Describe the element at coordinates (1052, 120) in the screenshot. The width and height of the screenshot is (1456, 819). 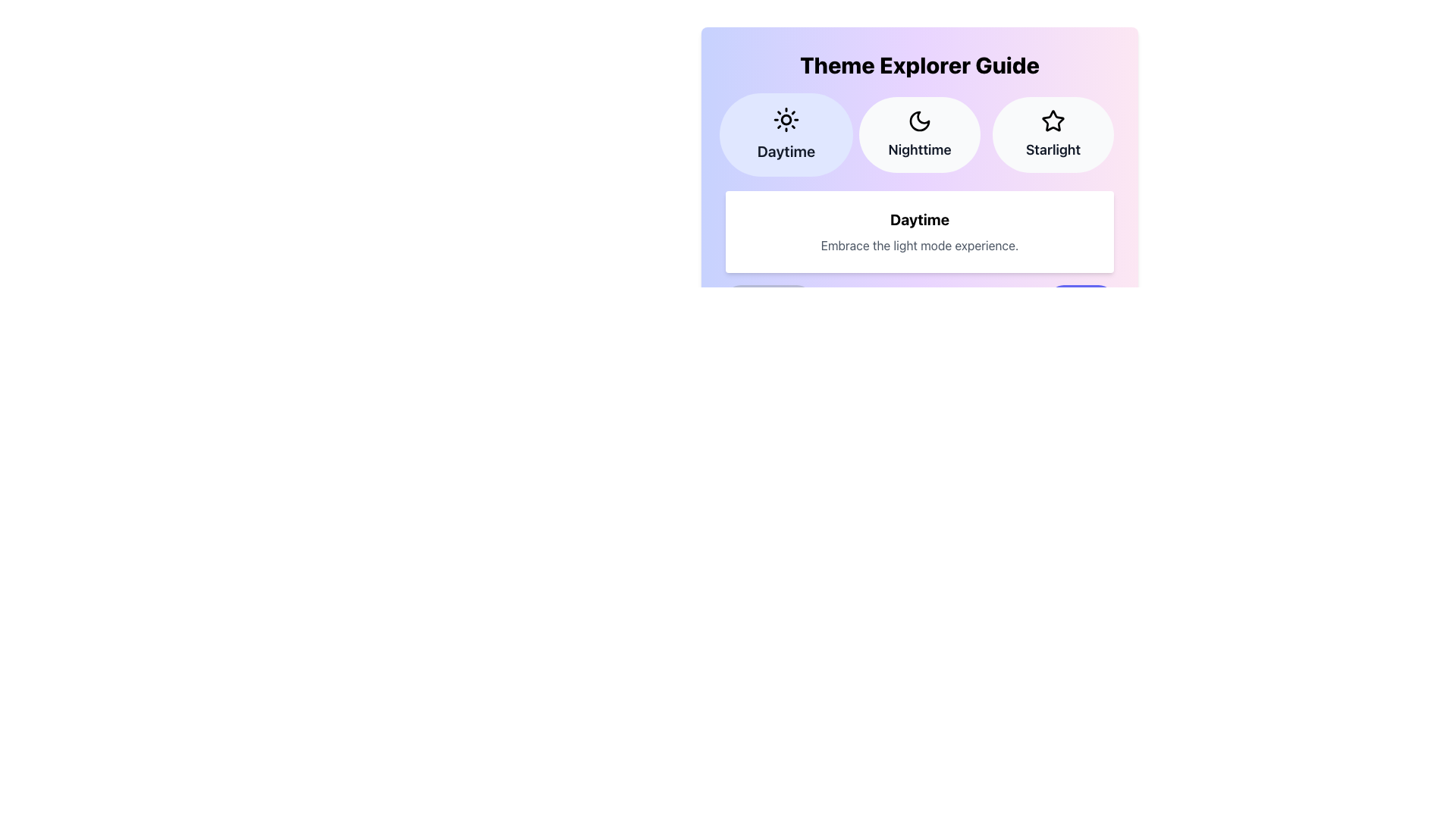
I see `the star-shaped icon, which is the third icon in a row representing 'Daytime', 'Nighttime', and 'Starlight'` at that location.